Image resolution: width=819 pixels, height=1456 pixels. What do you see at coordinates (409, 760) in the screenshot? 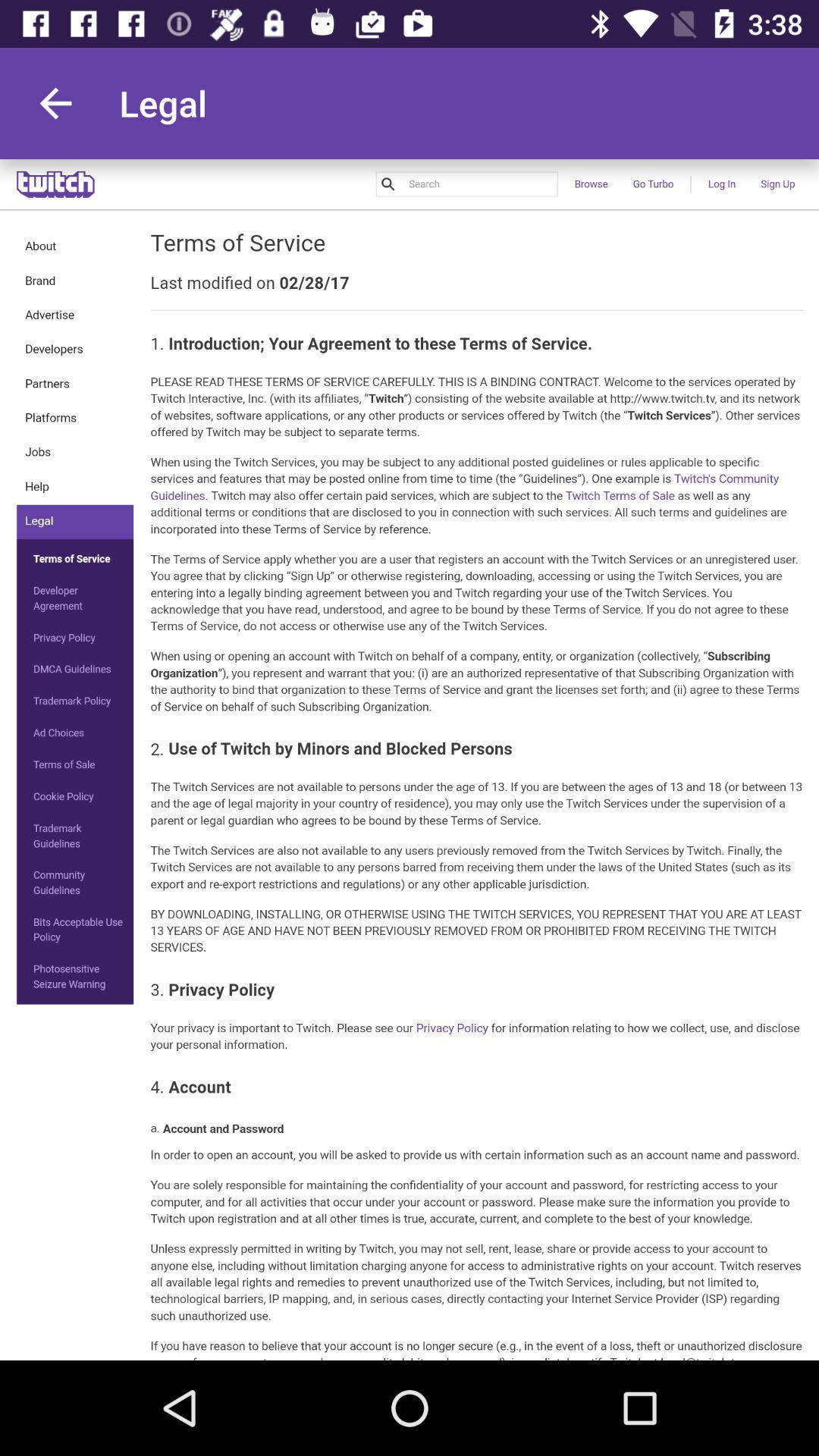
I see `terms of service page` at bounding box center [409, 760].